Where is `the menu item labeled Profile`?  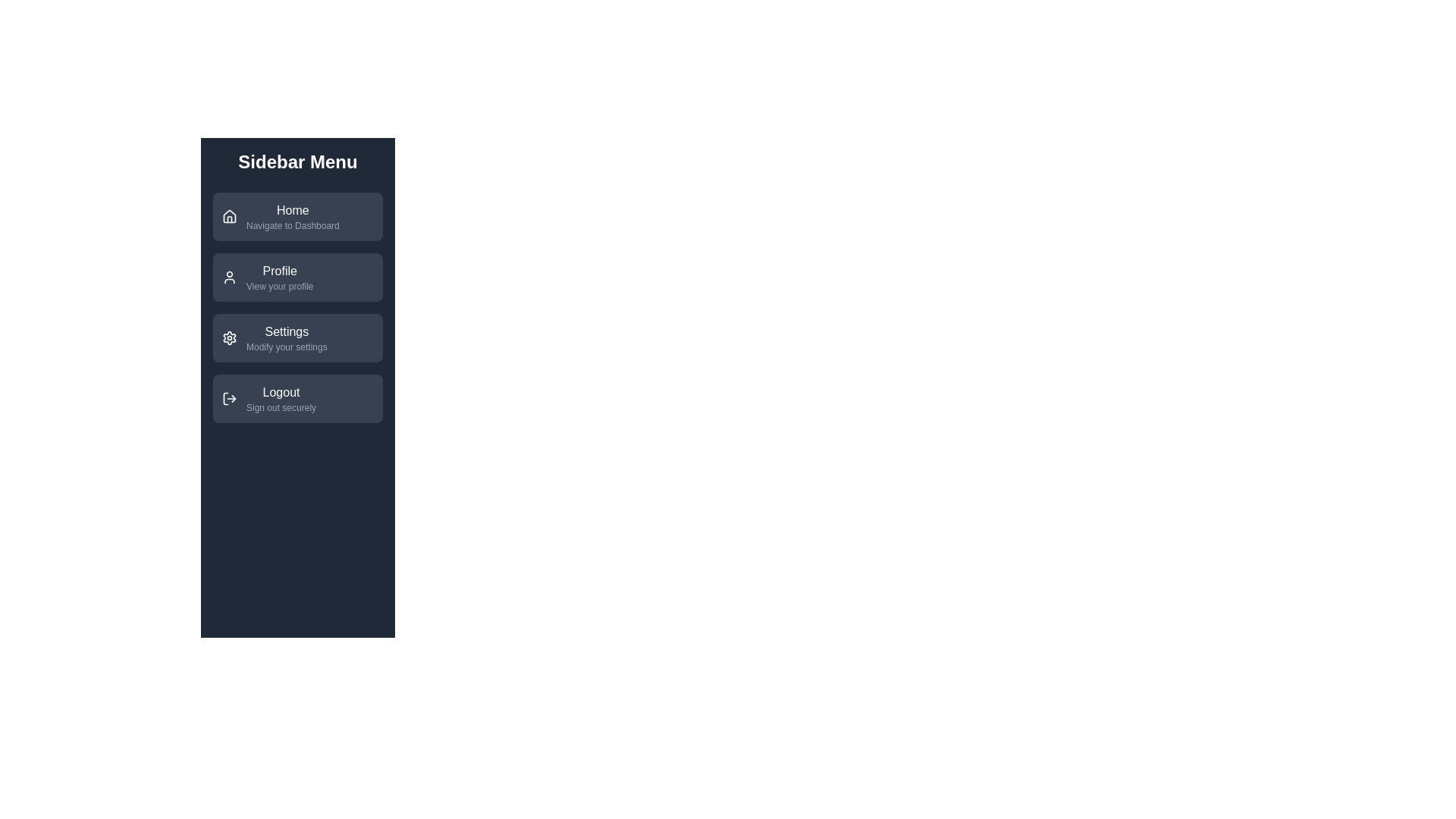
the menu item labeled Profile is located at coordinates (298, 278).